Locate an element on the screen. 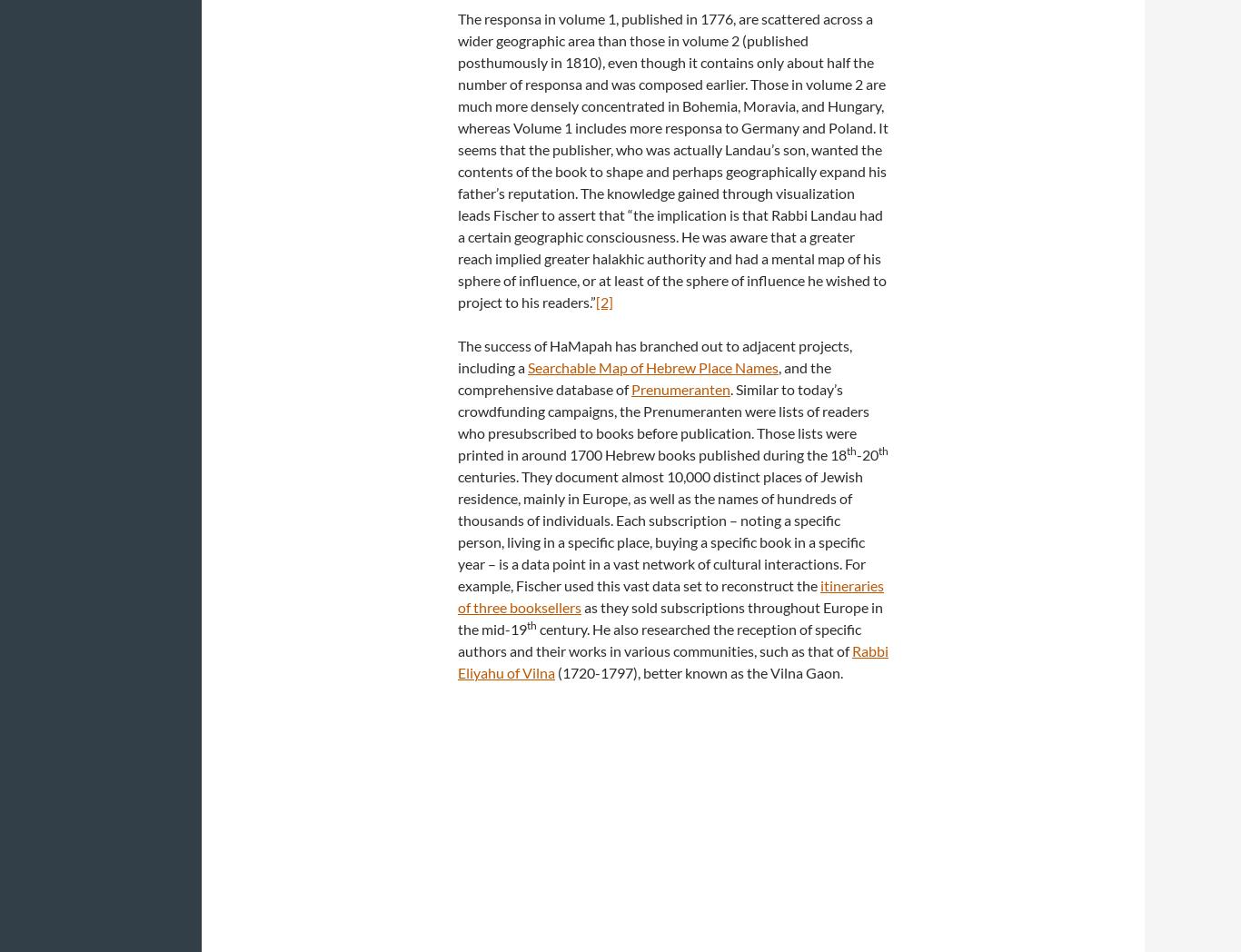  '. Similar to today’s crowdfunding campaigns, the Prenumeranten were lists of readers who presubscribed to books before publication. Those lists were printed in around 1700 Hebrew books published during the 18' is located at coordinates (663, 421).